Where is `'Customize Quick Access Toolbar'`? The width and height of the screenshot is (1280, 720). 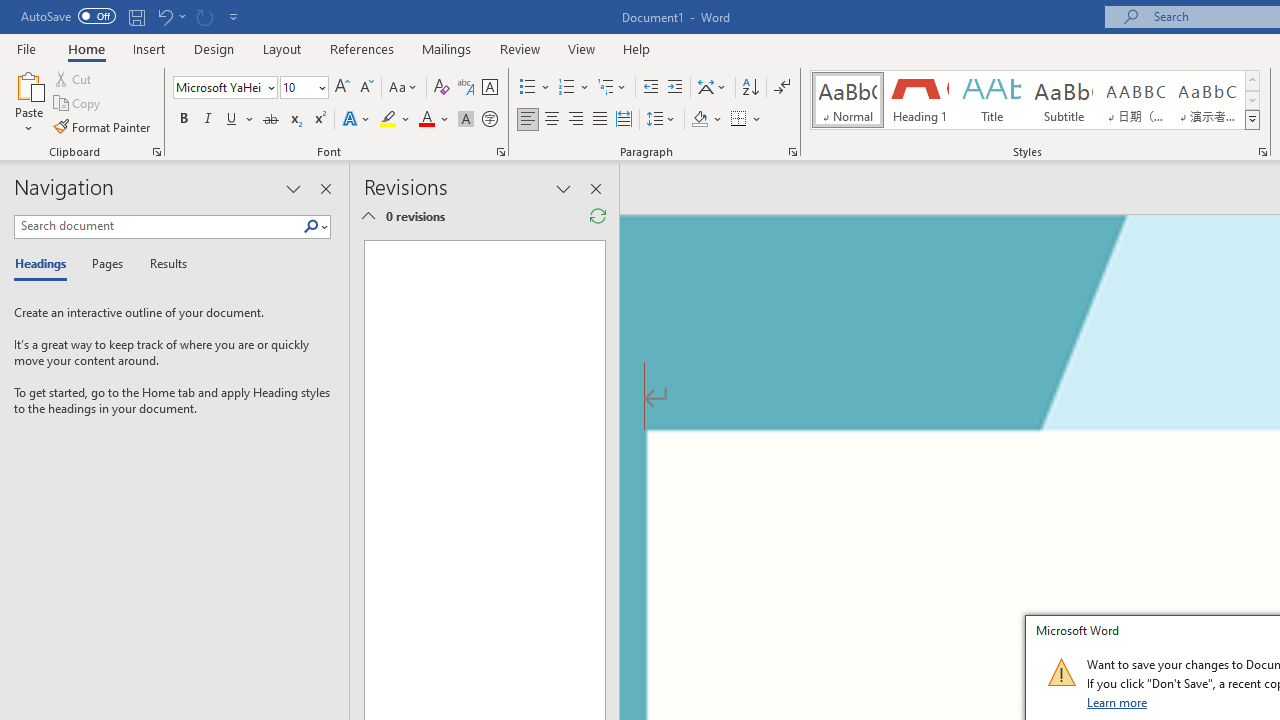
'Customize Quick Access Toolbar' is located at coordinates (234, 16).